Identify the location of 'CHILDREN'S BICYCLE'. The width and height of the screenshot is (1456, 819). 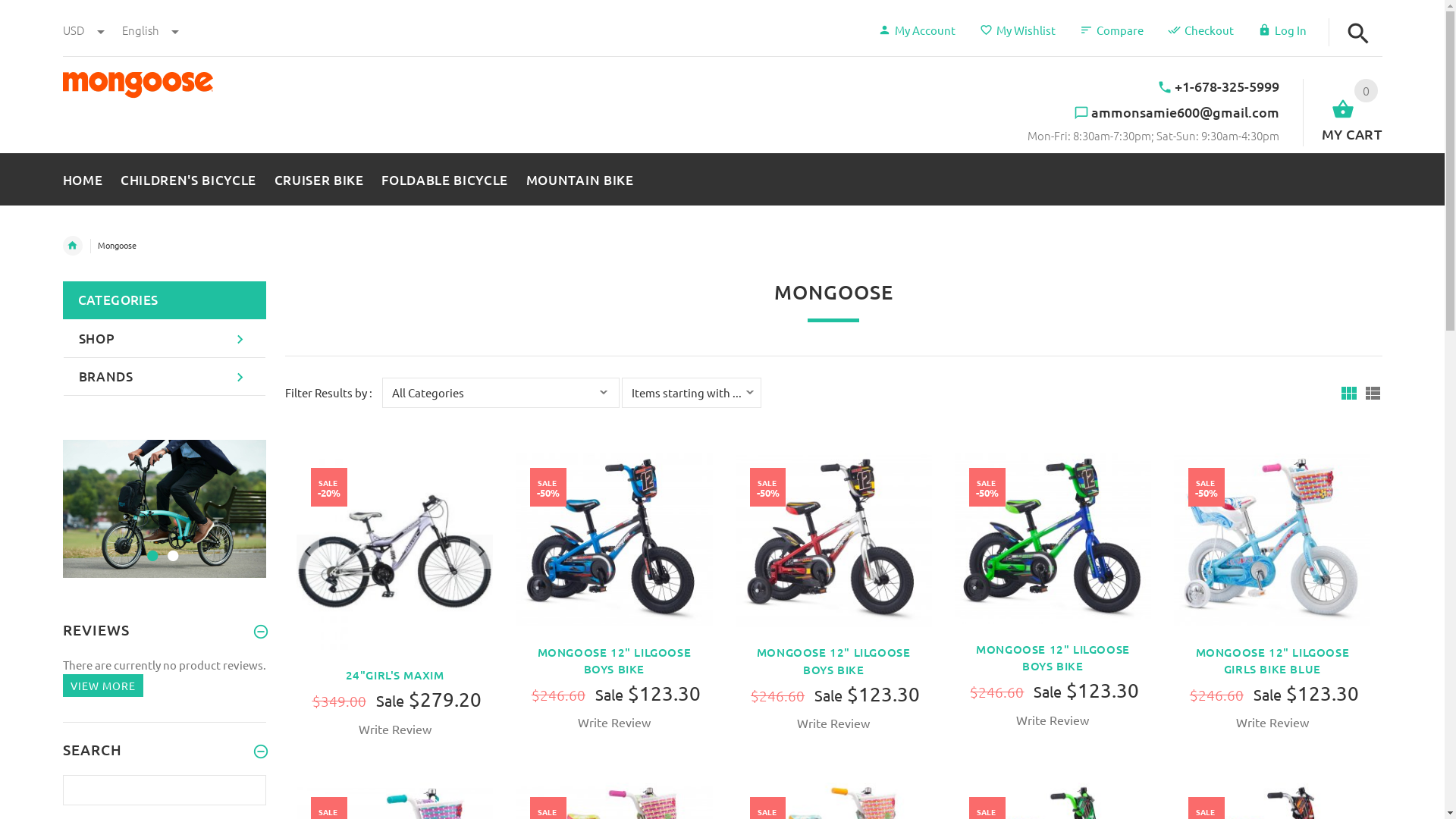
(187, 175).